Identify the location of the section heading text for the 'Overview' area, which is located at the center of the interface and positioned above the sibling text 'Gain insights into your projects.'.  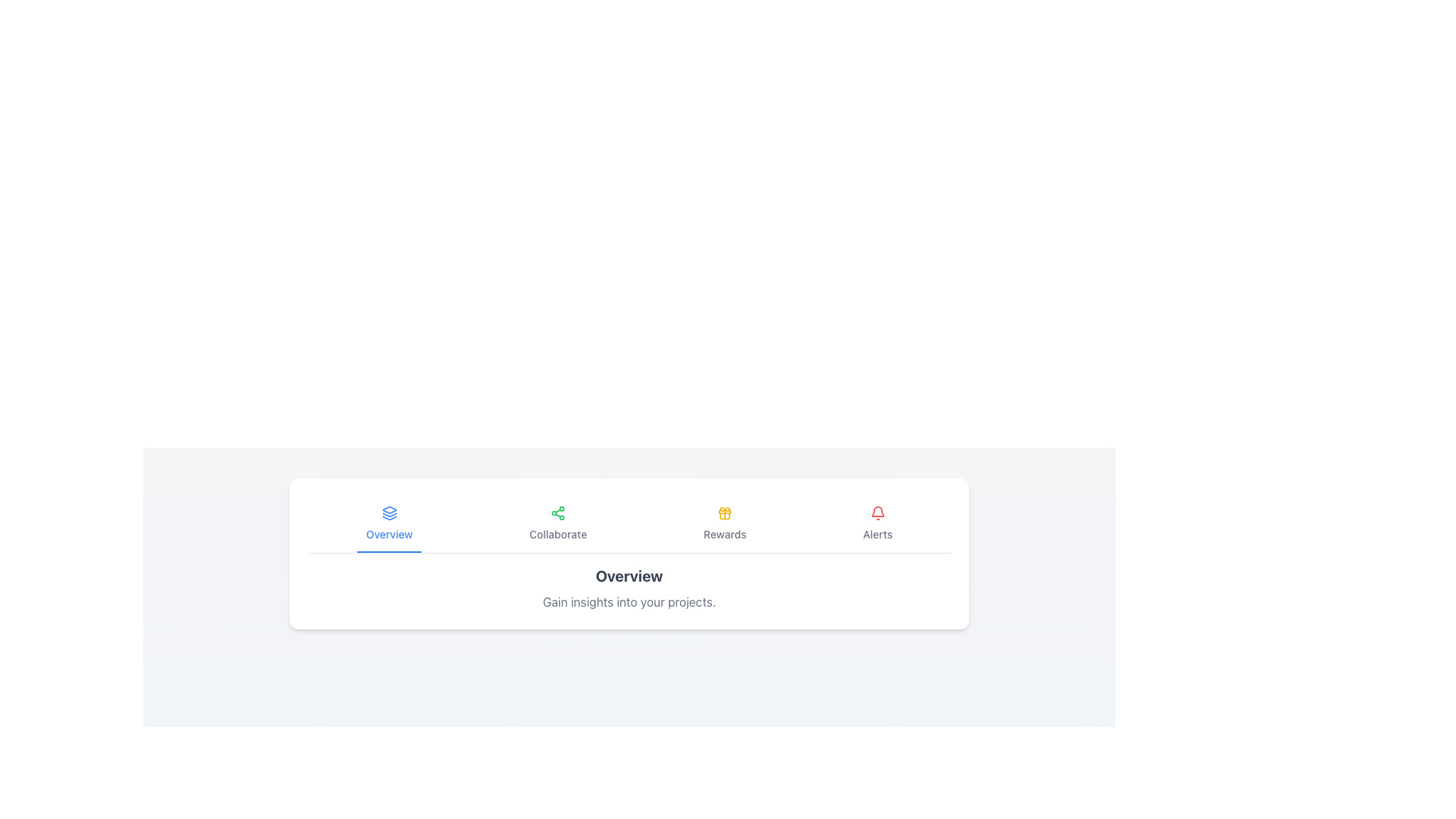
(629, 576).